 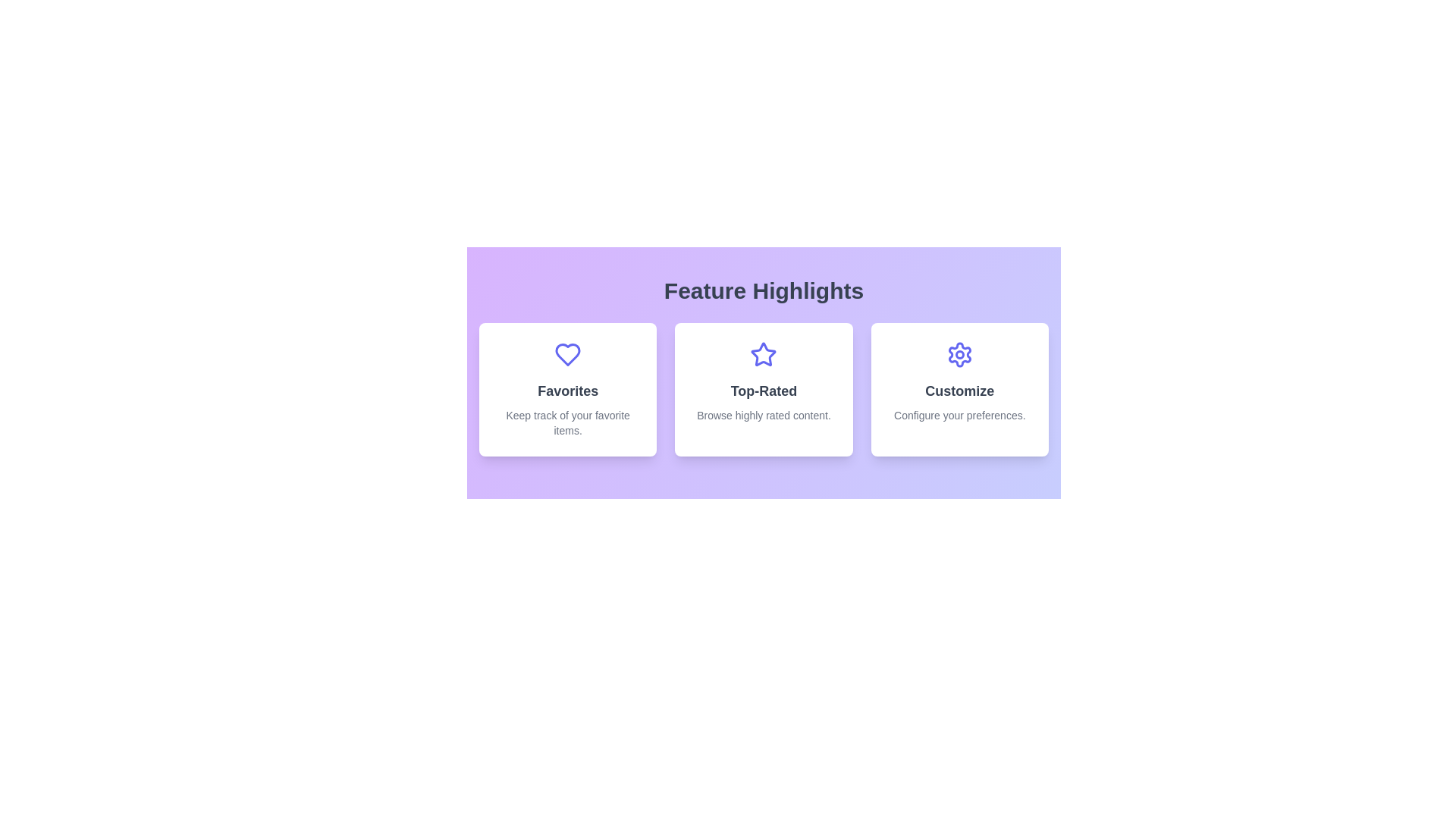 I want to click on text label that says 'Configure your preferences.' which is styled in a small-sized, gray font and located below the 'Customize' heading within the 'Customize' card, so click(x=959, y=415).